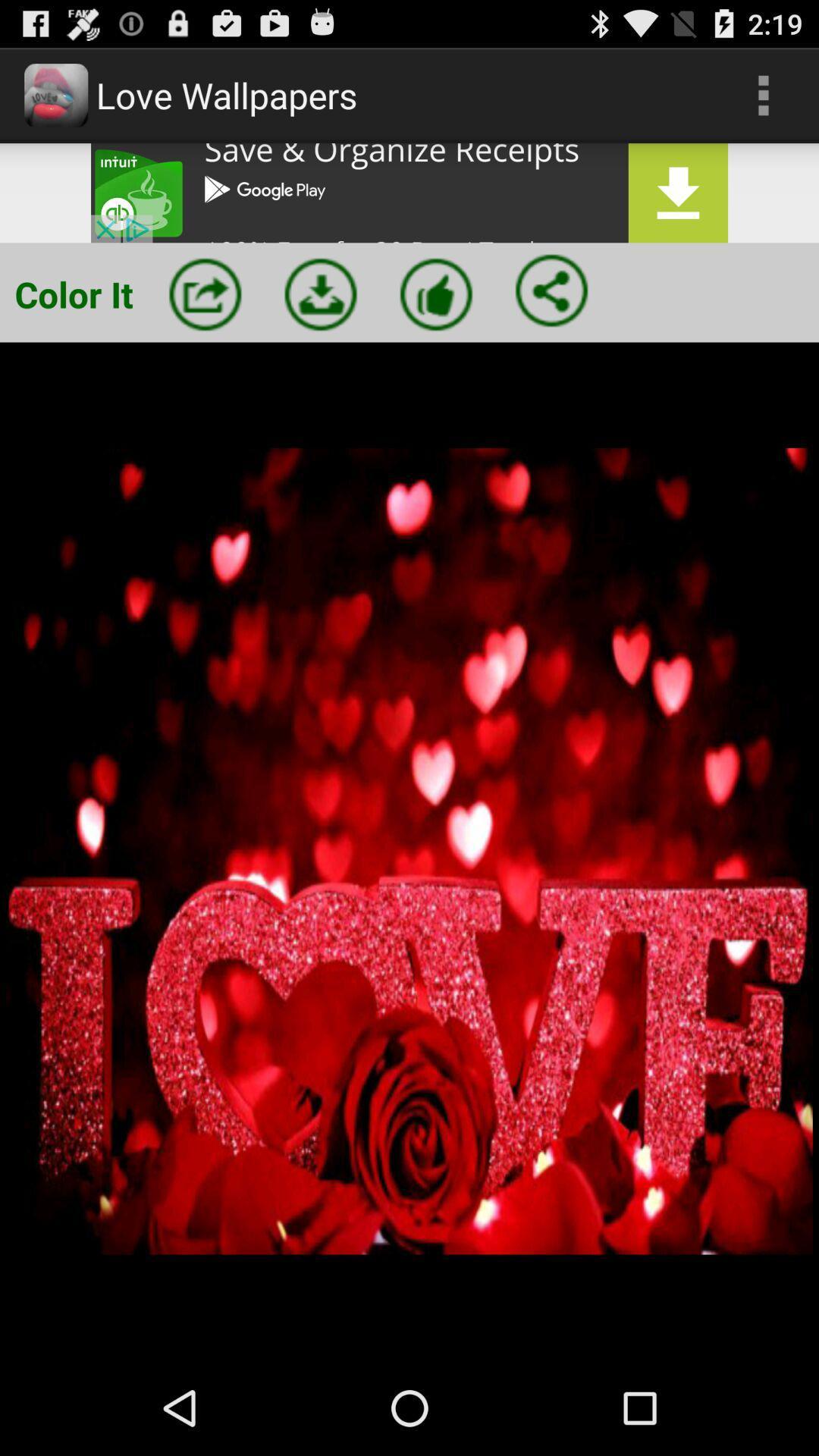  Describe the element at coordinates (551, 290) in the screenshot. I see `share the image` at that location.